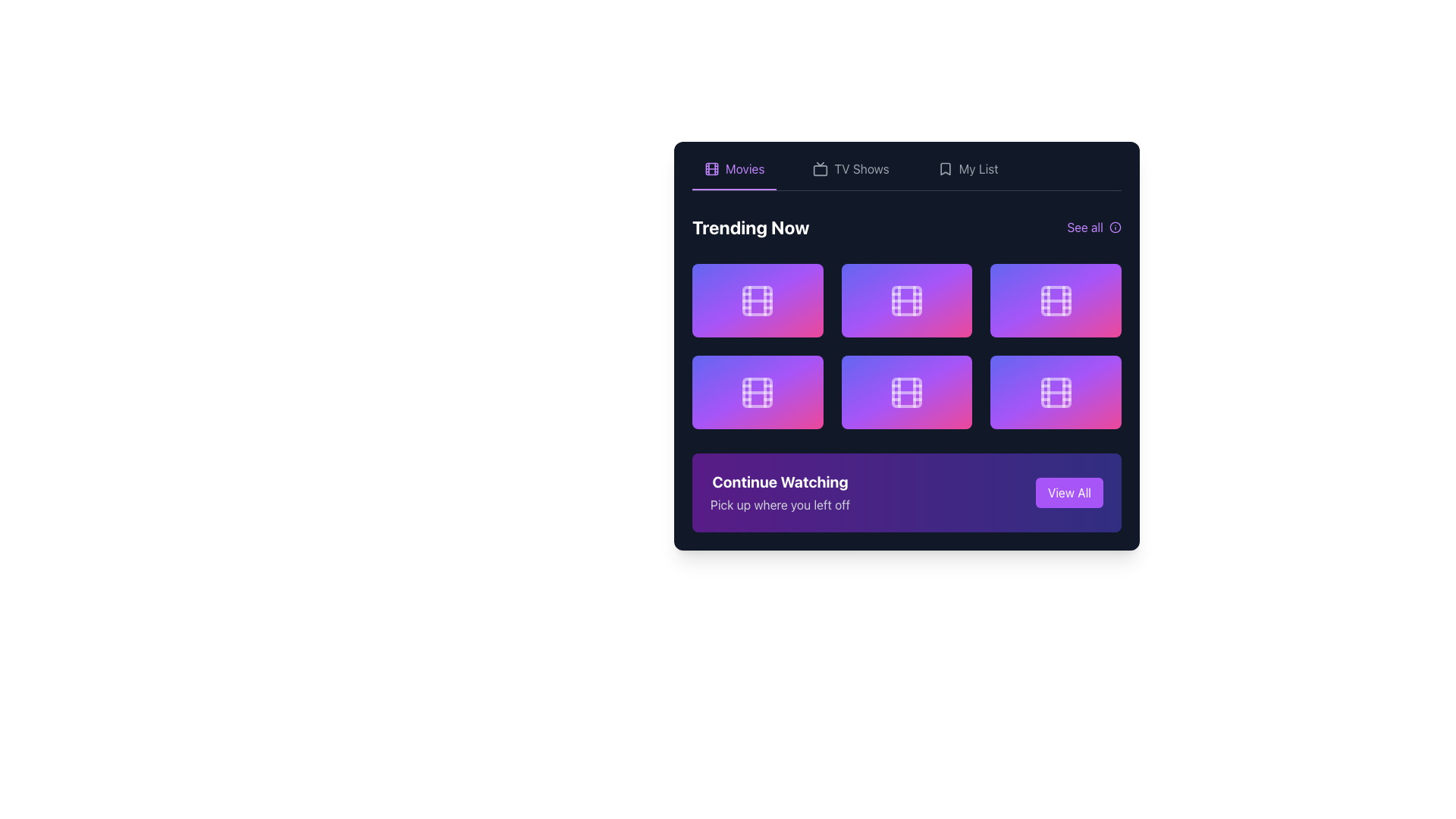 The height and width of the screenshot is (819, 1456). What do you see at coordinates (1115, 227) in the screenshot?
I see `the circular information icon with an 'i' symbol` at bounding box center [1115, 227].